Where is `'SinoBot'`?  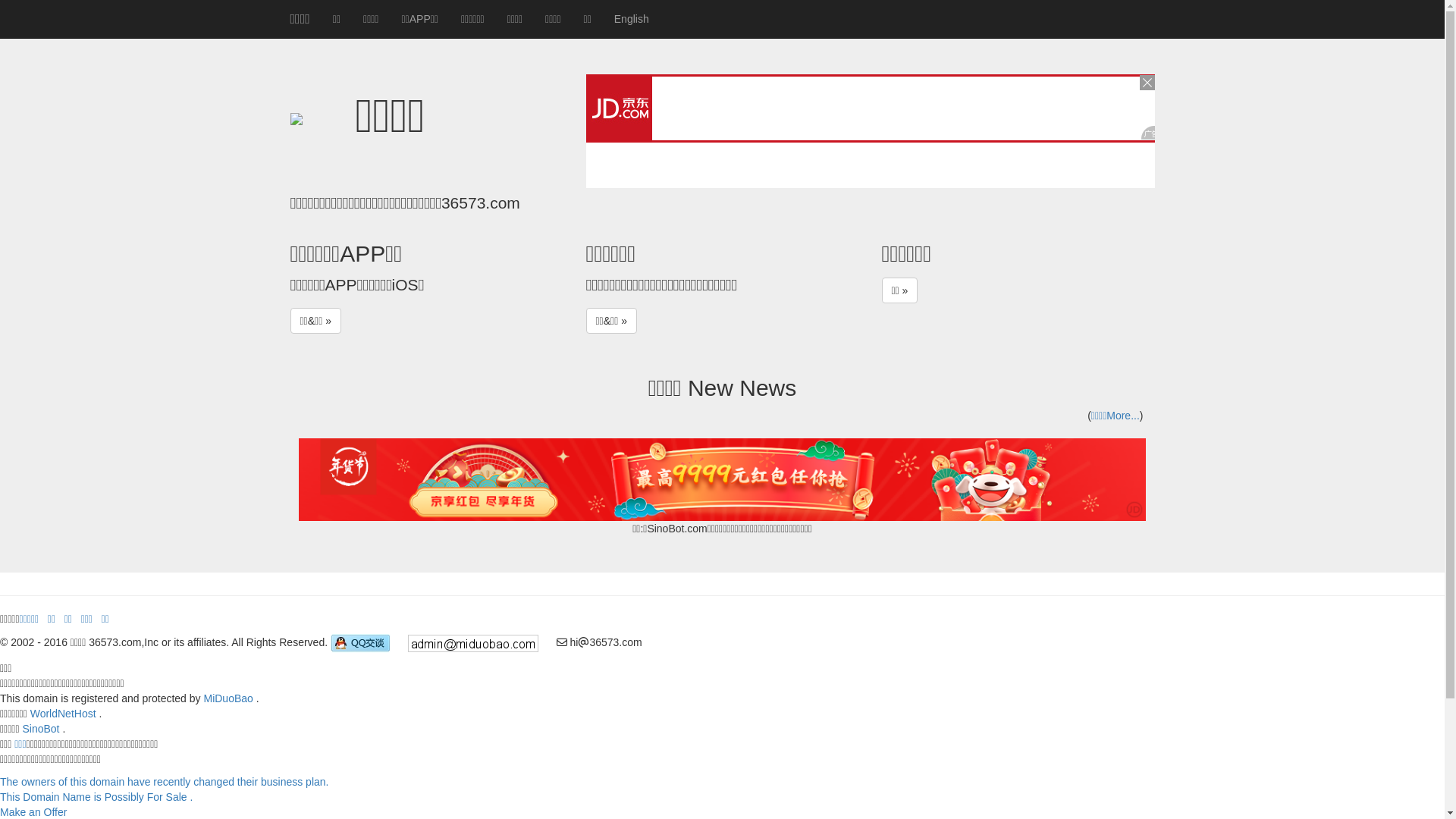 'SinoBot' is located at coordinates (40, 727).